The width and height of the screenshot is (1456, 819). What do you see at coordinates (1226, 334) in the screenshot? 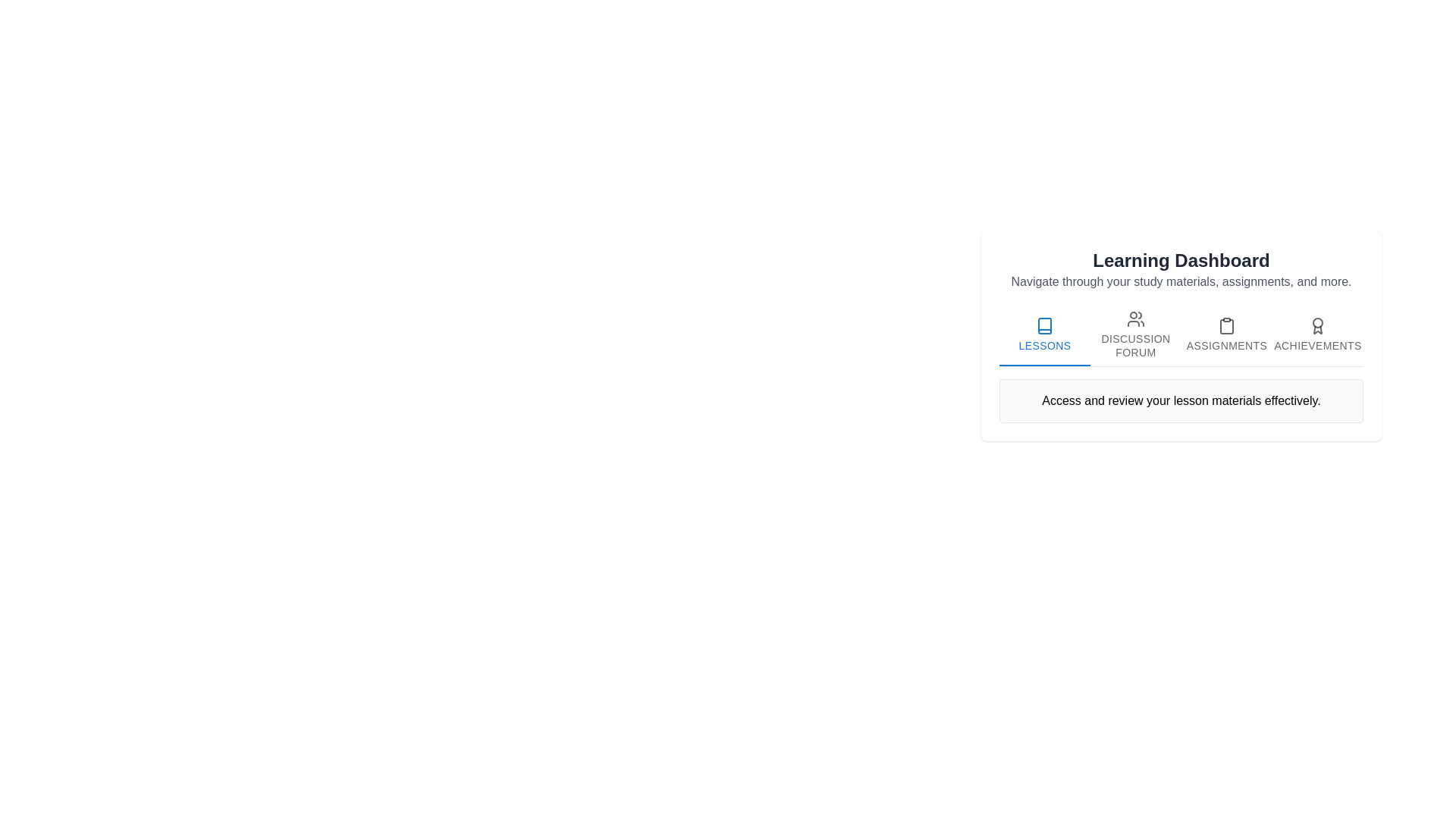
I see `the 'Assignments' tab, which features a clipboard icon above the text label` at bounding box center [1226, 334].